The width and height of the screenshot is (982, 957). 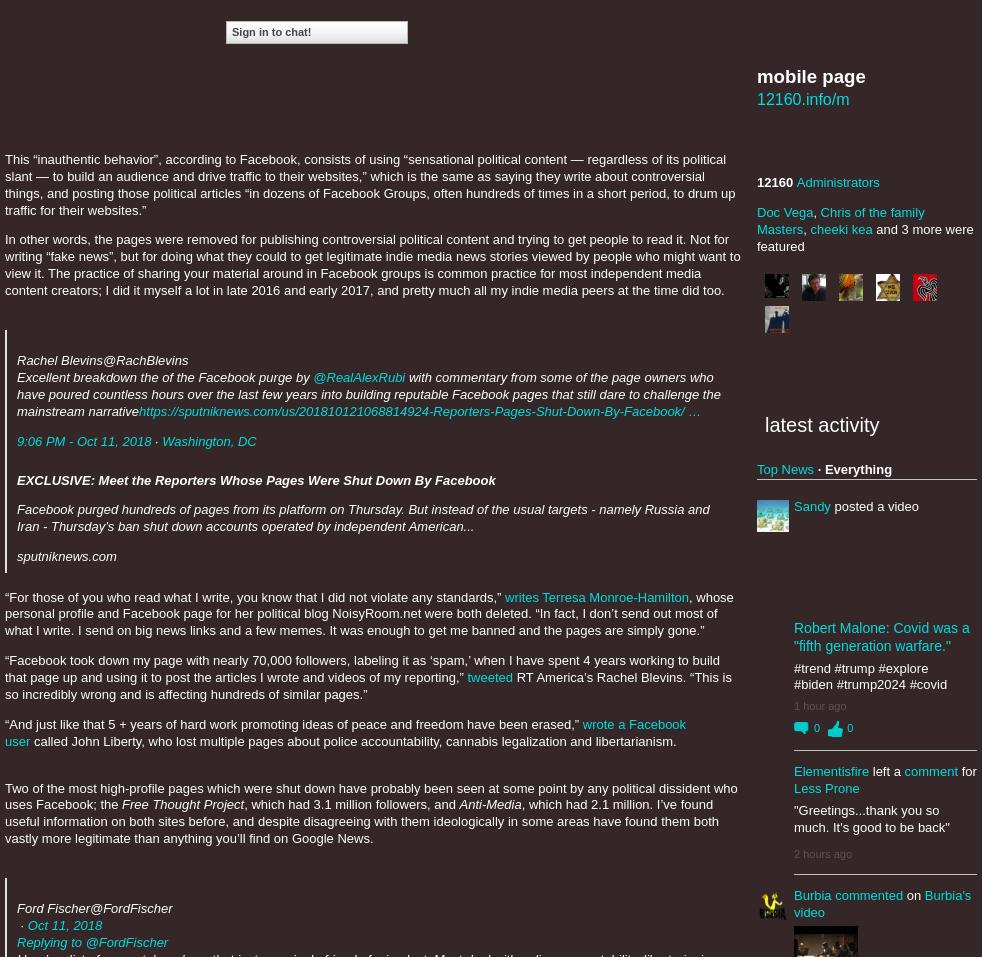 I want to click on 'Anti-Media', so click(x=490, y=803).